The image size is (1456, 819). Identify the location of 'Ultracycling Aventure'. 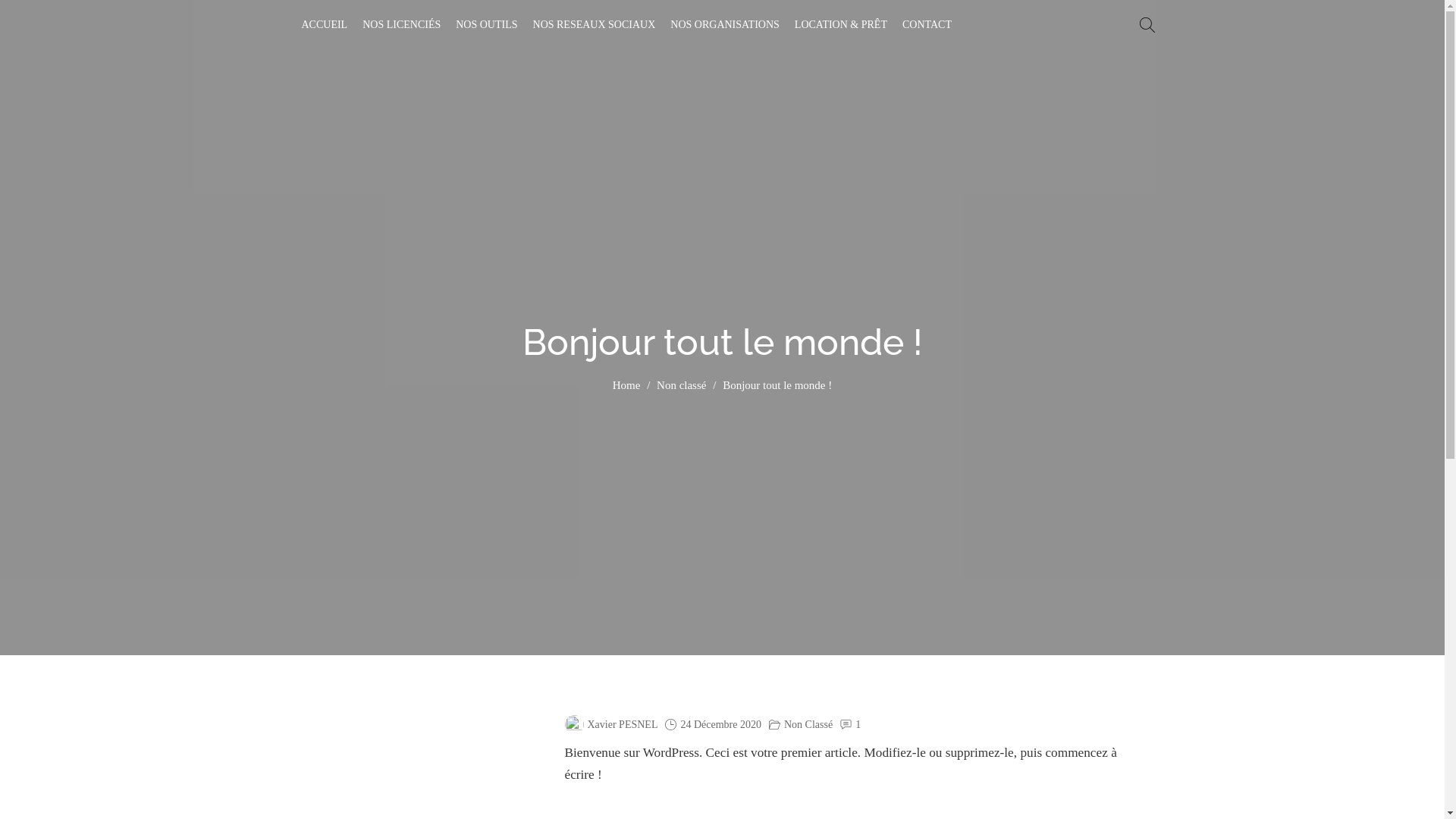
(381, 37).